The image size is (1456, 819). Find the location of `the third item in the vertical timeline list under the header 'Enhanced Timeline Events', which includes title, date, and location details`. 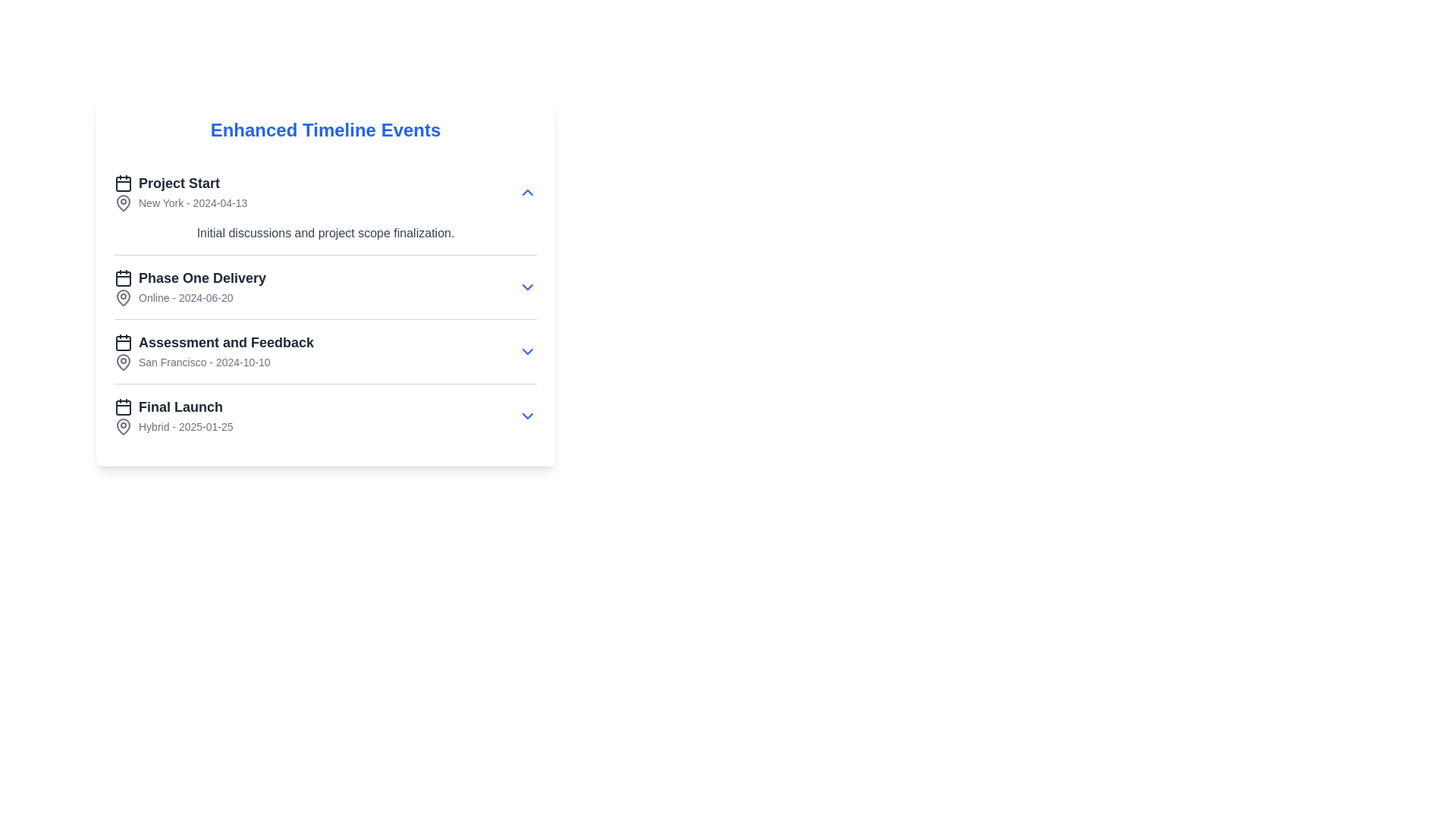

the third item in the vertical timeline list under the header 'Enhanced Timeline Events', which includes title, date, and location details is located at coordinates (213, 351).